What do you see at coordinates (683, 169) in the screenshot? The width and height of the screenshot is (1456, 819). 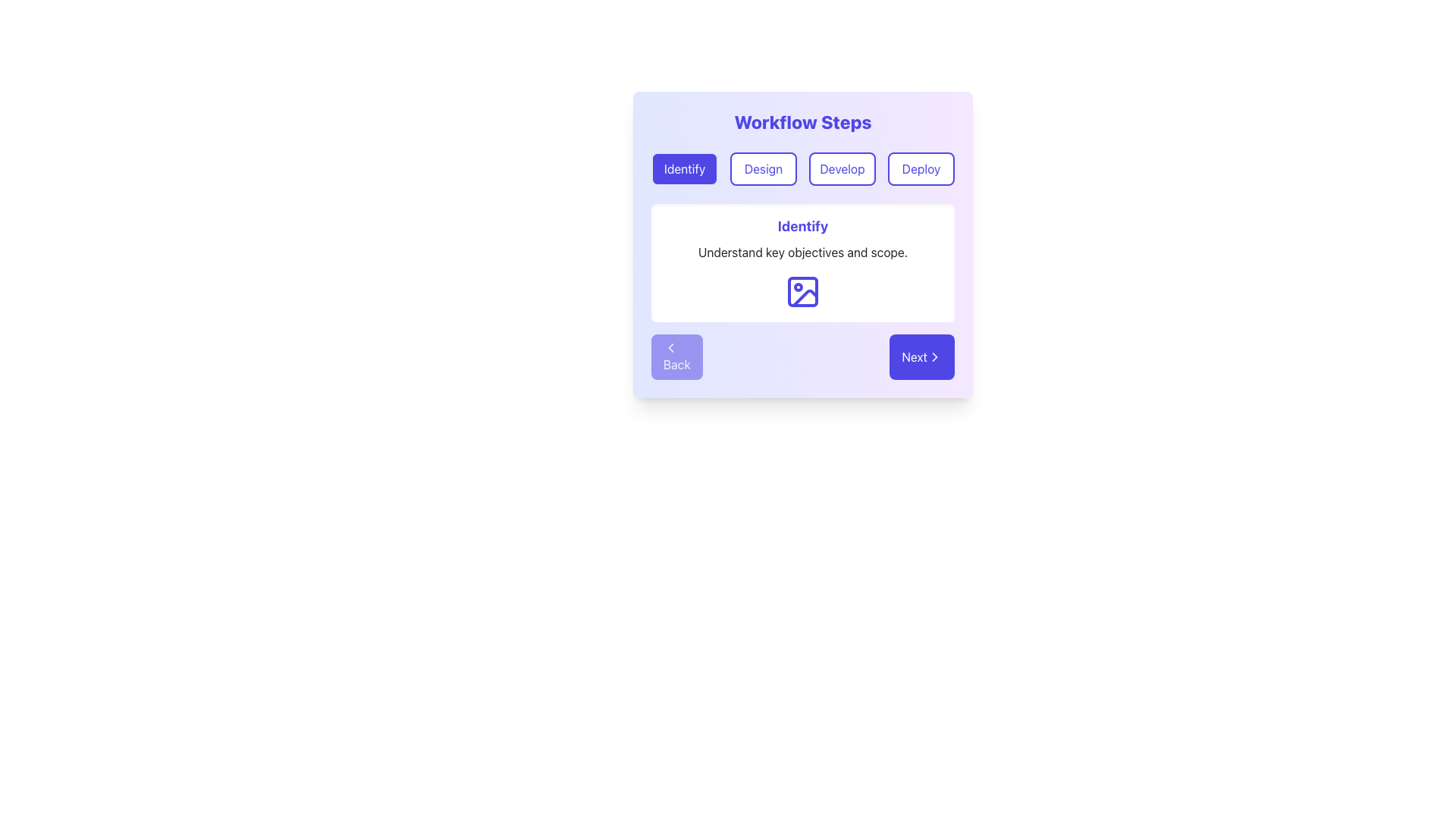 I see `the indigo 'Identify' button, which is the first button in a horizontal group of four` at bounding box center [683, 169].